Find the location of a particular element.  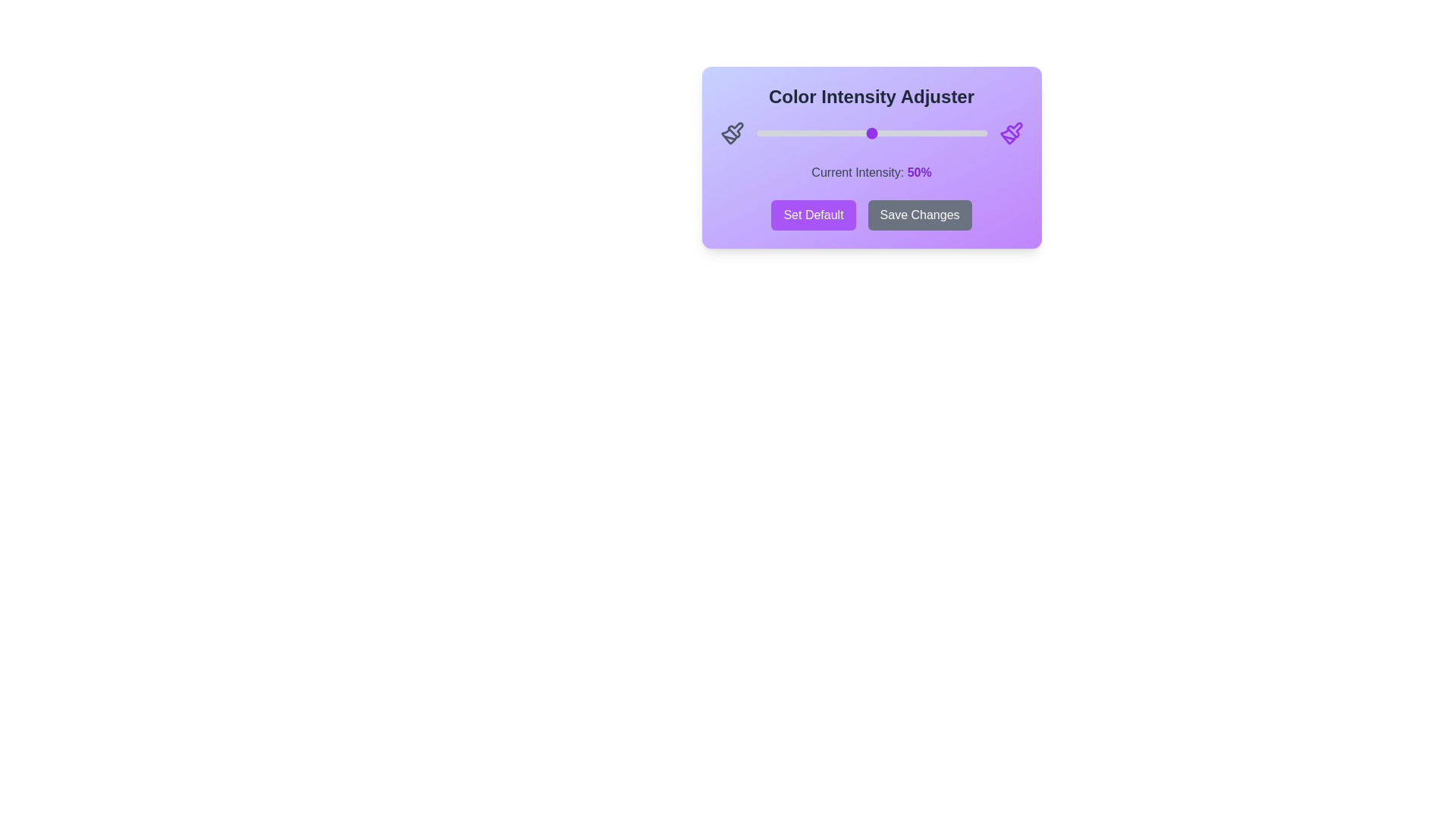

the 'Save Changes' button to save the current settings is located at coordinates (919, 215).